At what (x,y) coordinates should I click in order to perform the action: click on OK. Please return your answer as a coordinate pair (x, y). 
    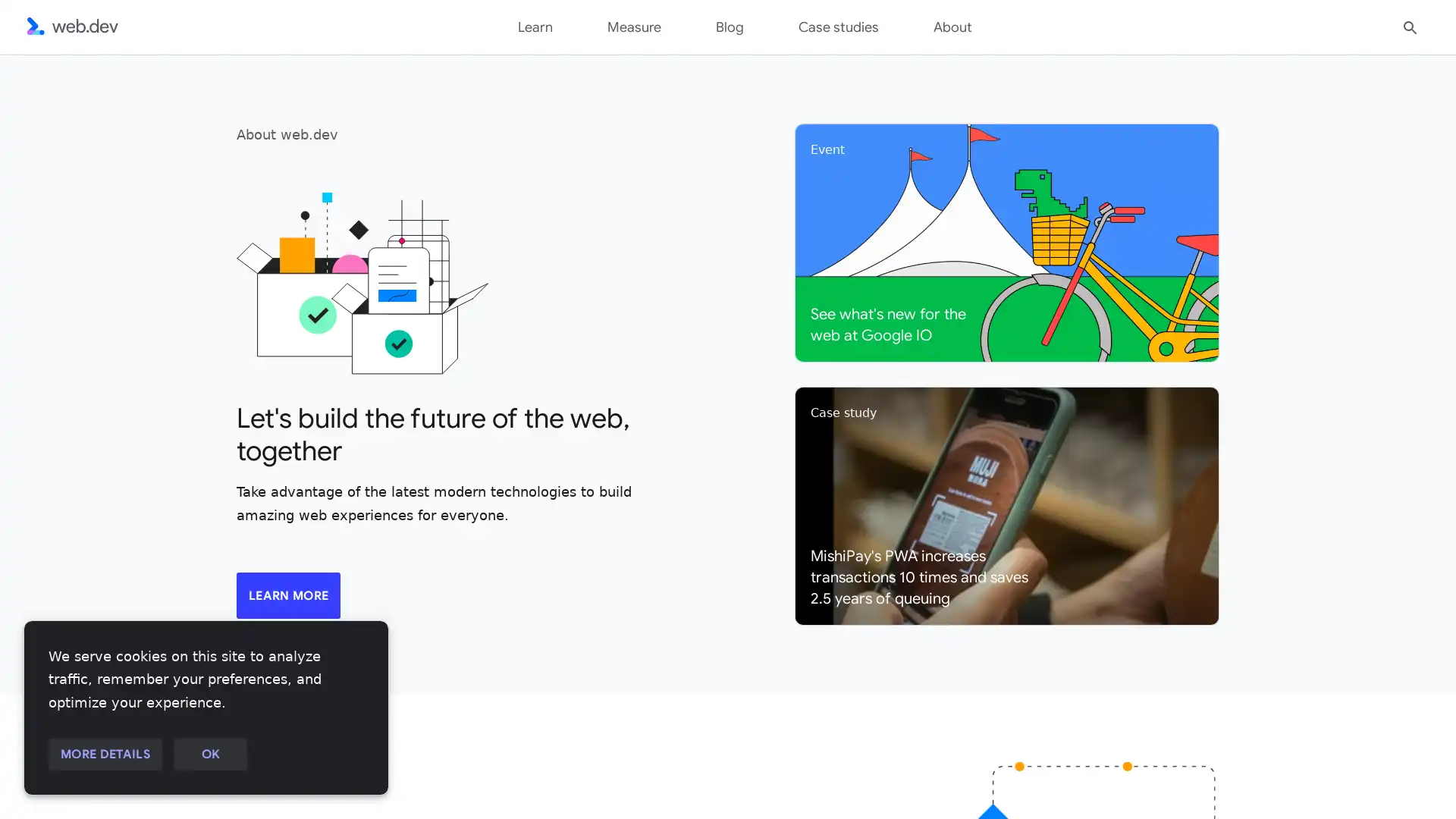
    Looking at the image, I should click on (209, 755).